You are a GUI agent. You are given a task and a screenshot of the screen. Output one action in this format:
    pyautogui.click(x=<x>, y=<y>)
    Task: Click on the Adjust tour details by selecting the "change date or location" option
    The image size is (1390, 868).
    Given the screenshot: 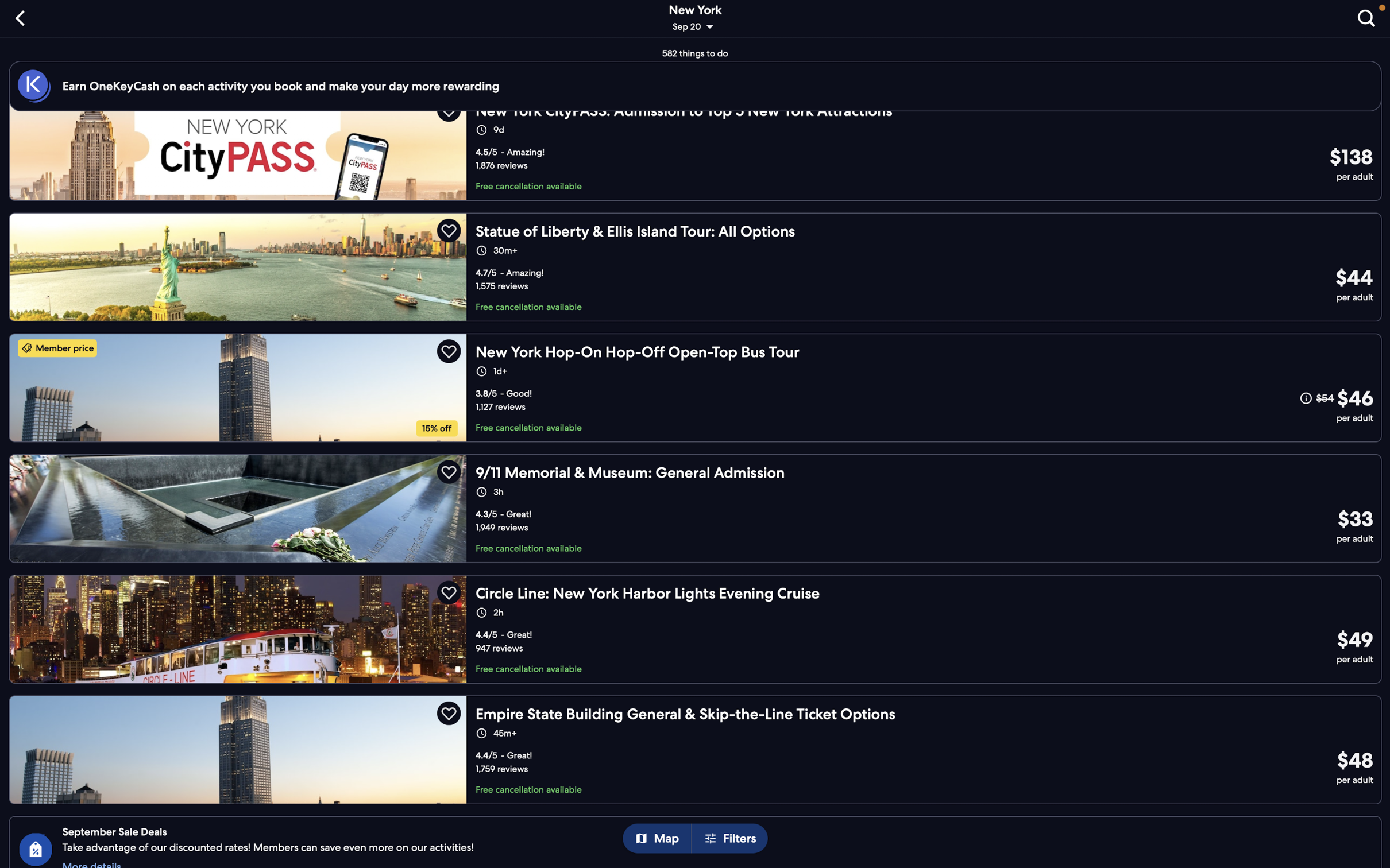 What is the action you would take?
    pyautogui.click(x=696, y=20)
    